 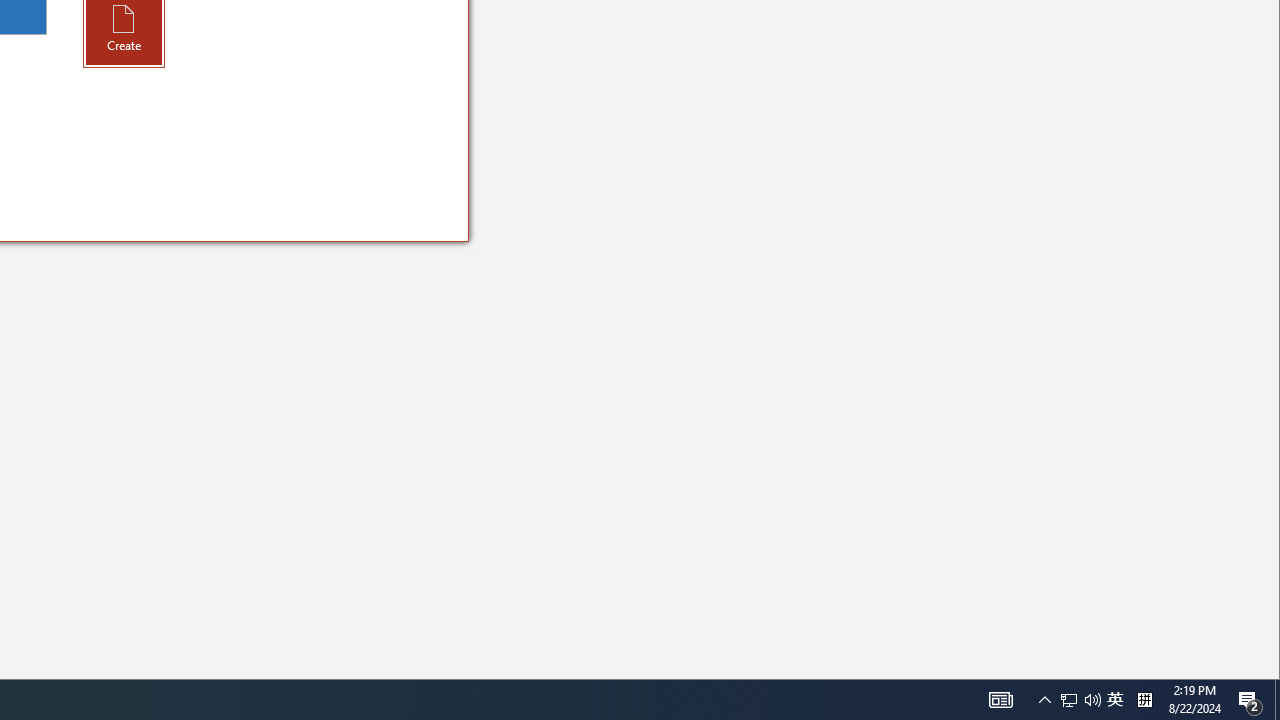 What do you see at coordinates (1092, 698) in the screenshot?
I see `'Tray Input Indicator - Chinese (Simplified, China)'` at bounding box center [1092, 698].